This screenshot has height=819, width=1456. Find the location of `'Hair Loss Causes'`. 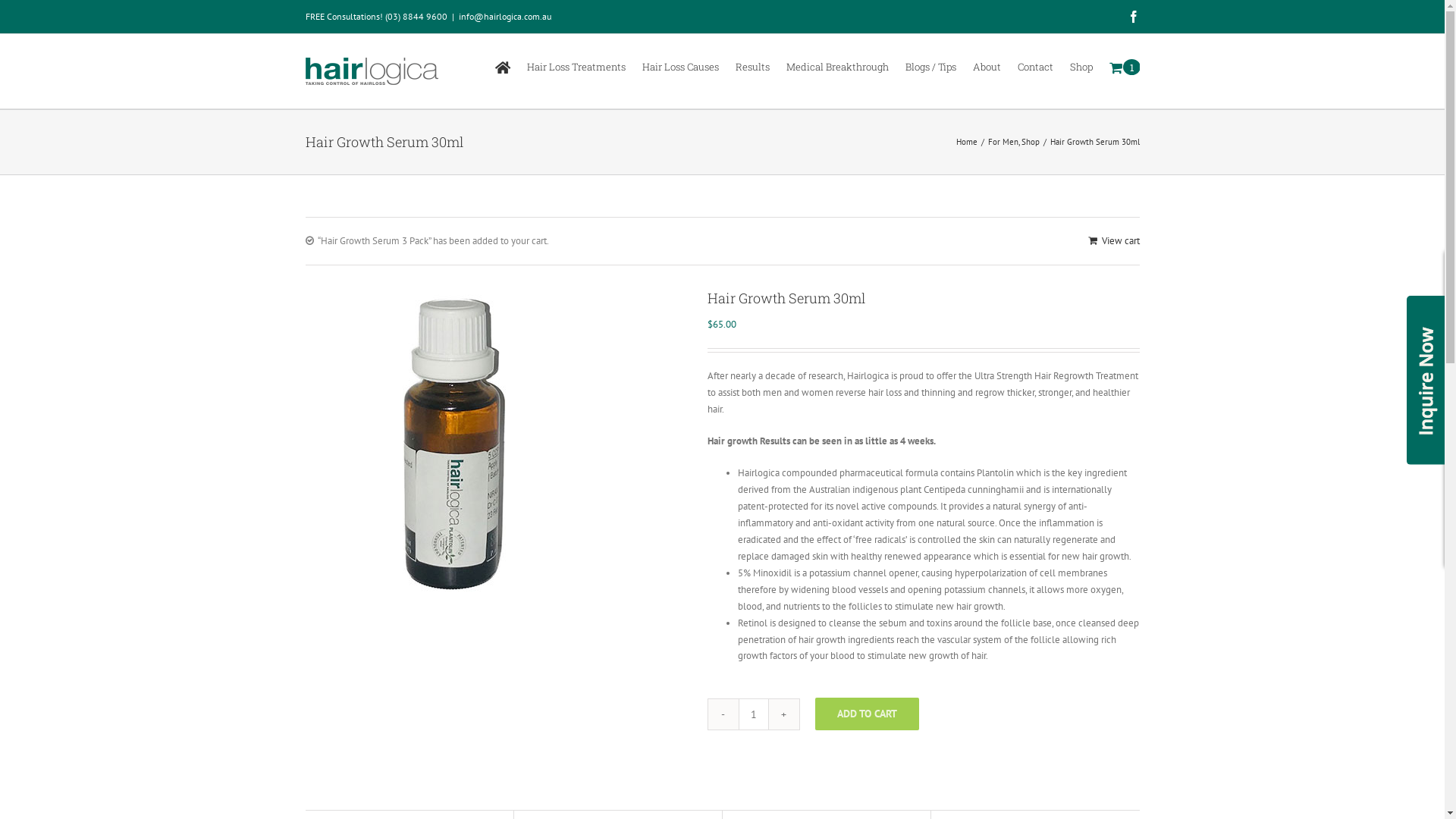

'Hair Loss Causes' is located at coordinates (679, 65).